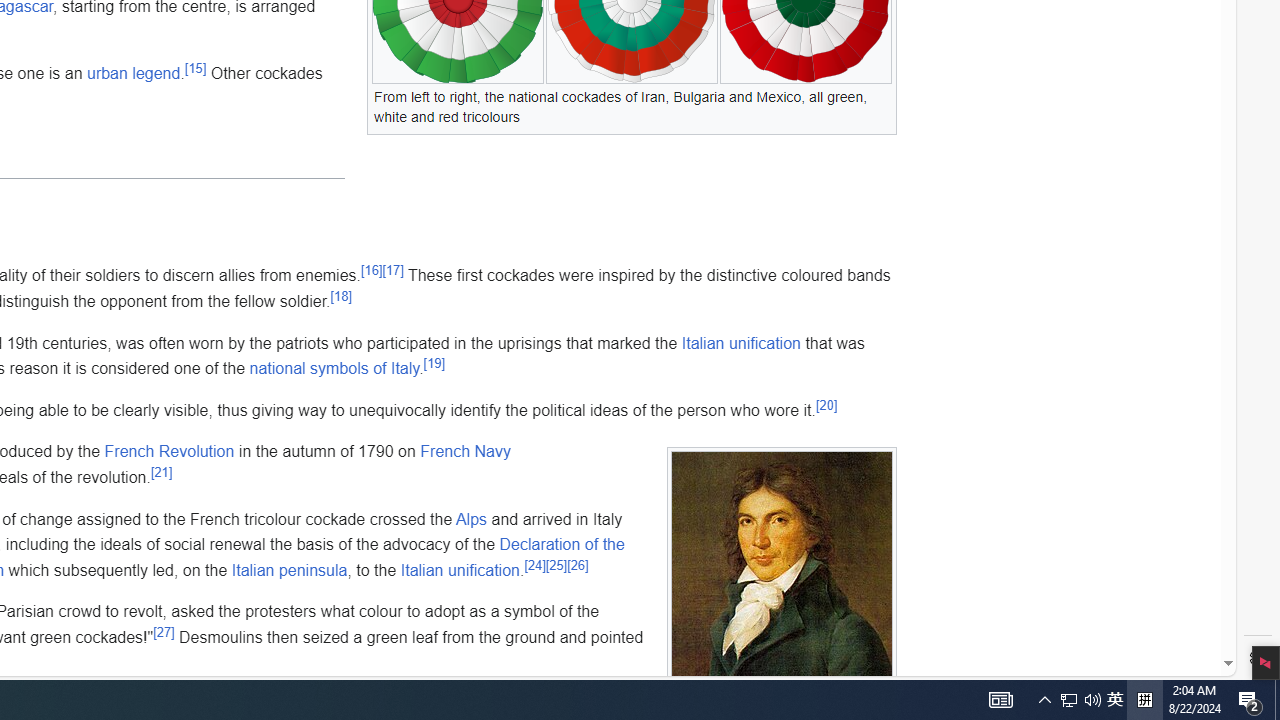  I want to click on '[20]', so click(826, 405).